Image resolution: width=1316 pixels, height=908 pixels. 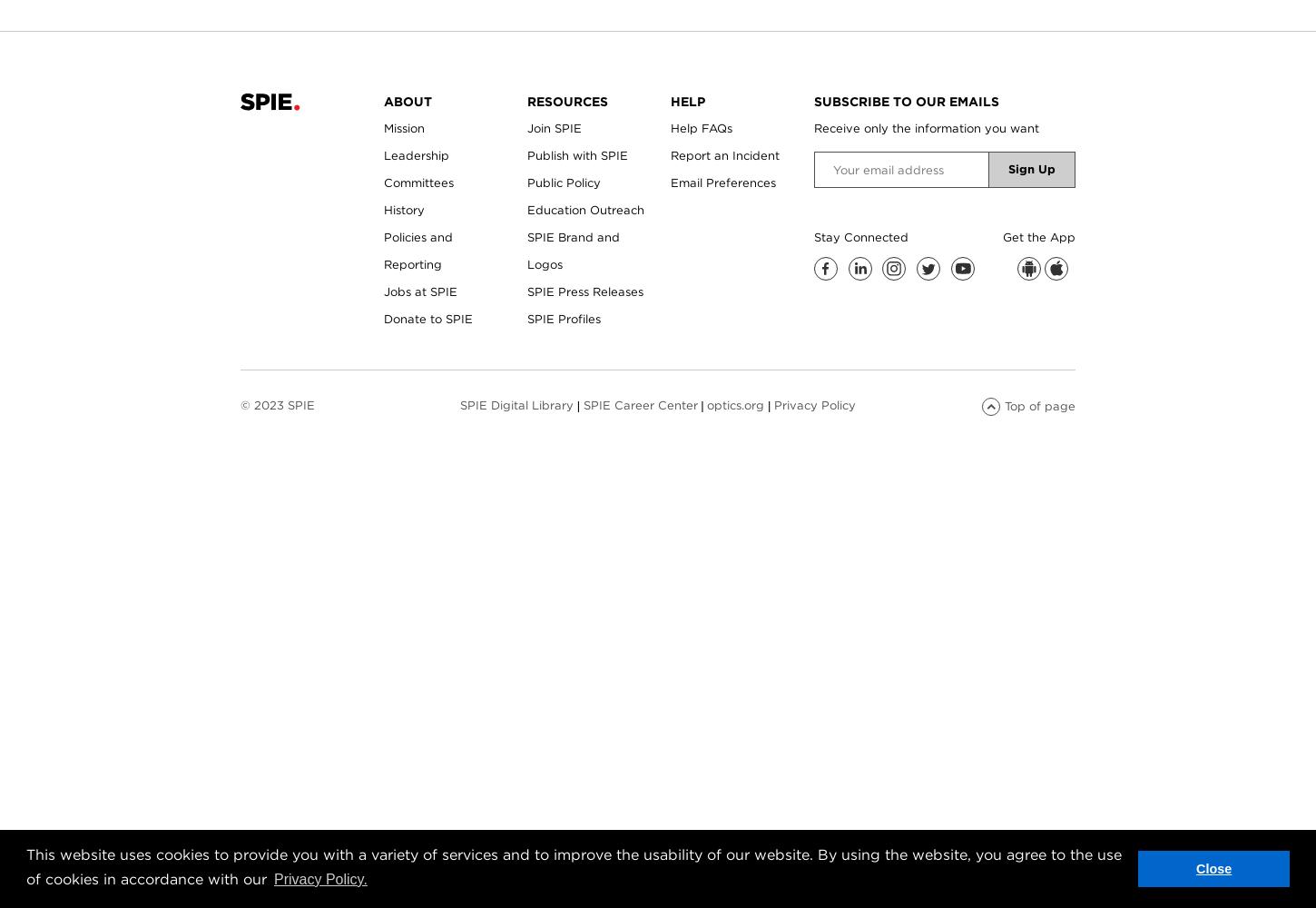 I want to click on 'Jobs at SPIE', so click(x=419, y=291).